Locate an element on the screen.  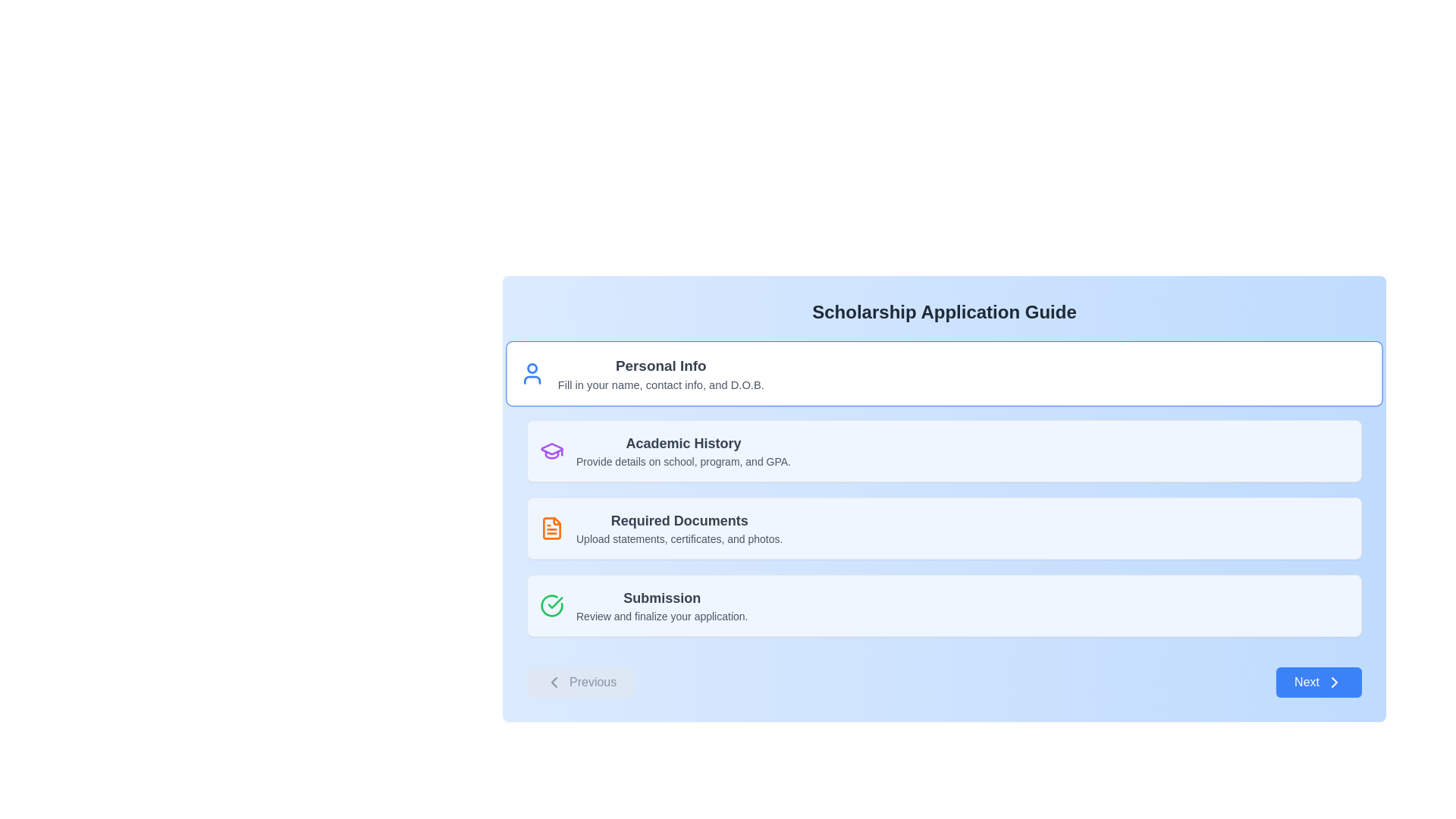
the graphical decorative element within the user icon that symbolizes the 'Personal Info' section, located at the top of the application interface is located at coordinates (532, 369).